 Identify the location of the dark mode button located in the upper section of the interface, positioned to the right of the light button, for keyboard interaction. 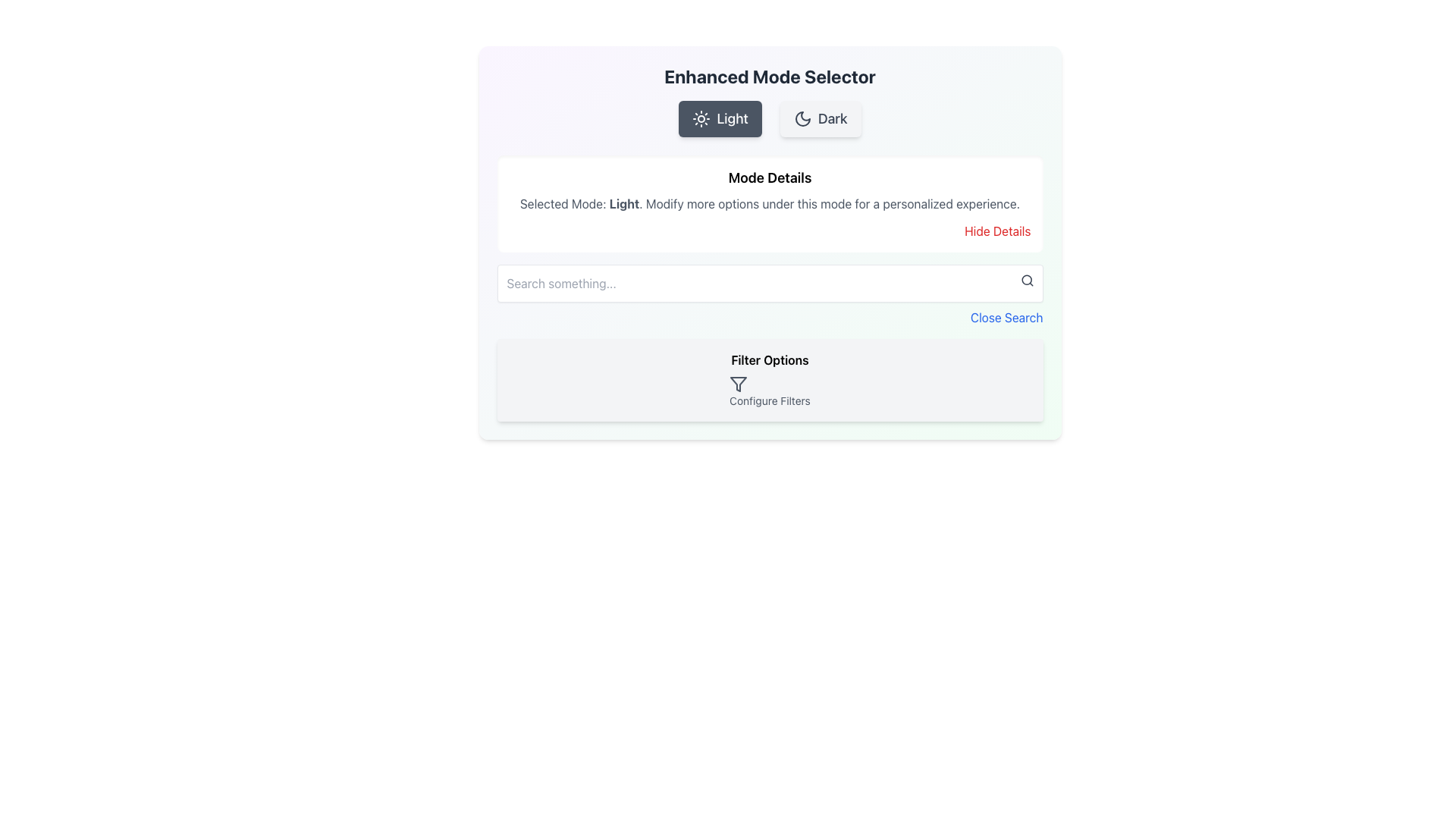
(820, 118).